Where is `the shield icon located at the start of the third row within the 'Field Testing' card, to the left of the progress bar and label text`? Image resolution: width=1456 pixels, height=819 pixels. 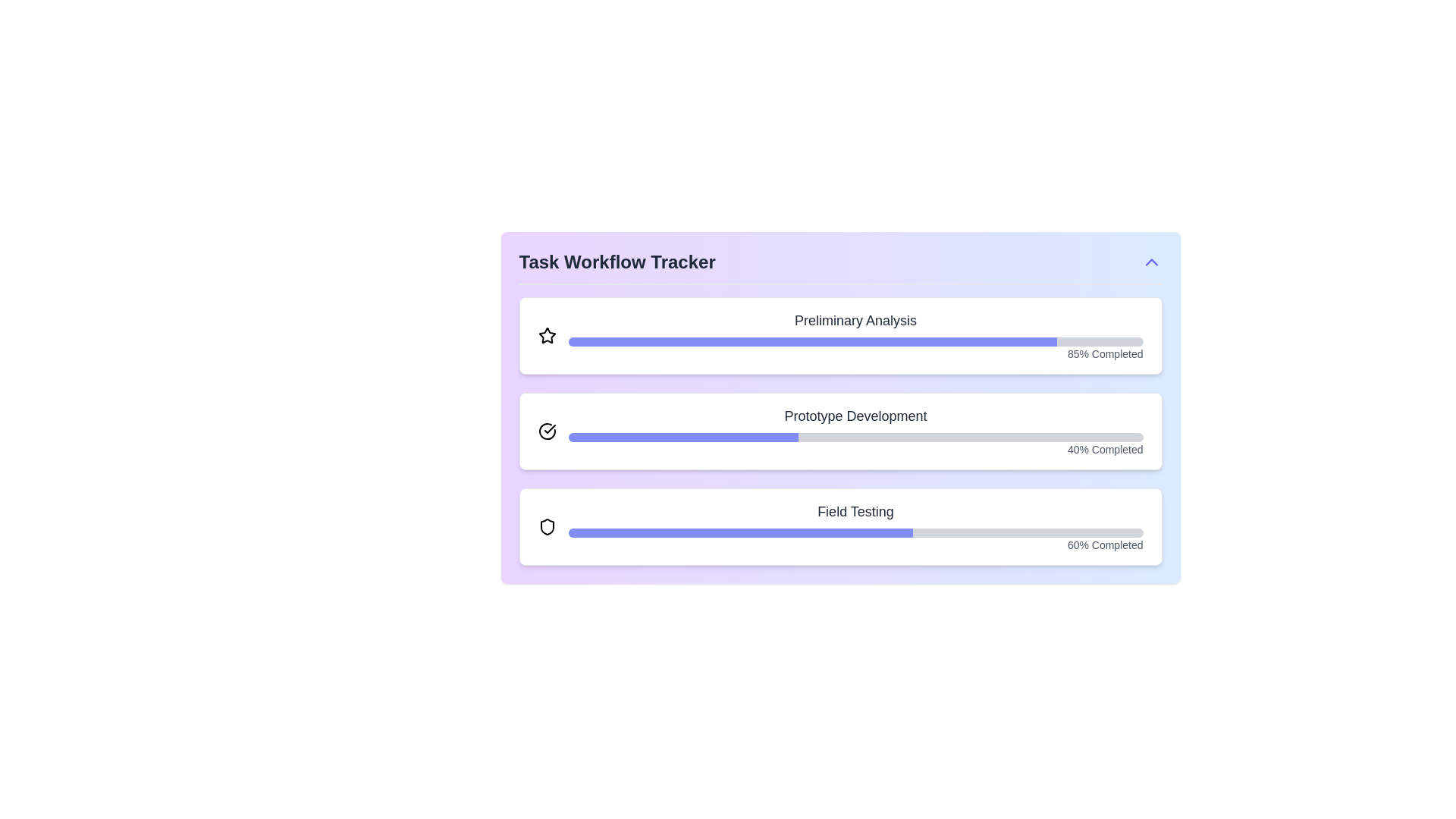 the shield icon located at the start of the third row within the 'Field Testing' card, to the left of the progress bar and label text is located at coordinates (546, 526).